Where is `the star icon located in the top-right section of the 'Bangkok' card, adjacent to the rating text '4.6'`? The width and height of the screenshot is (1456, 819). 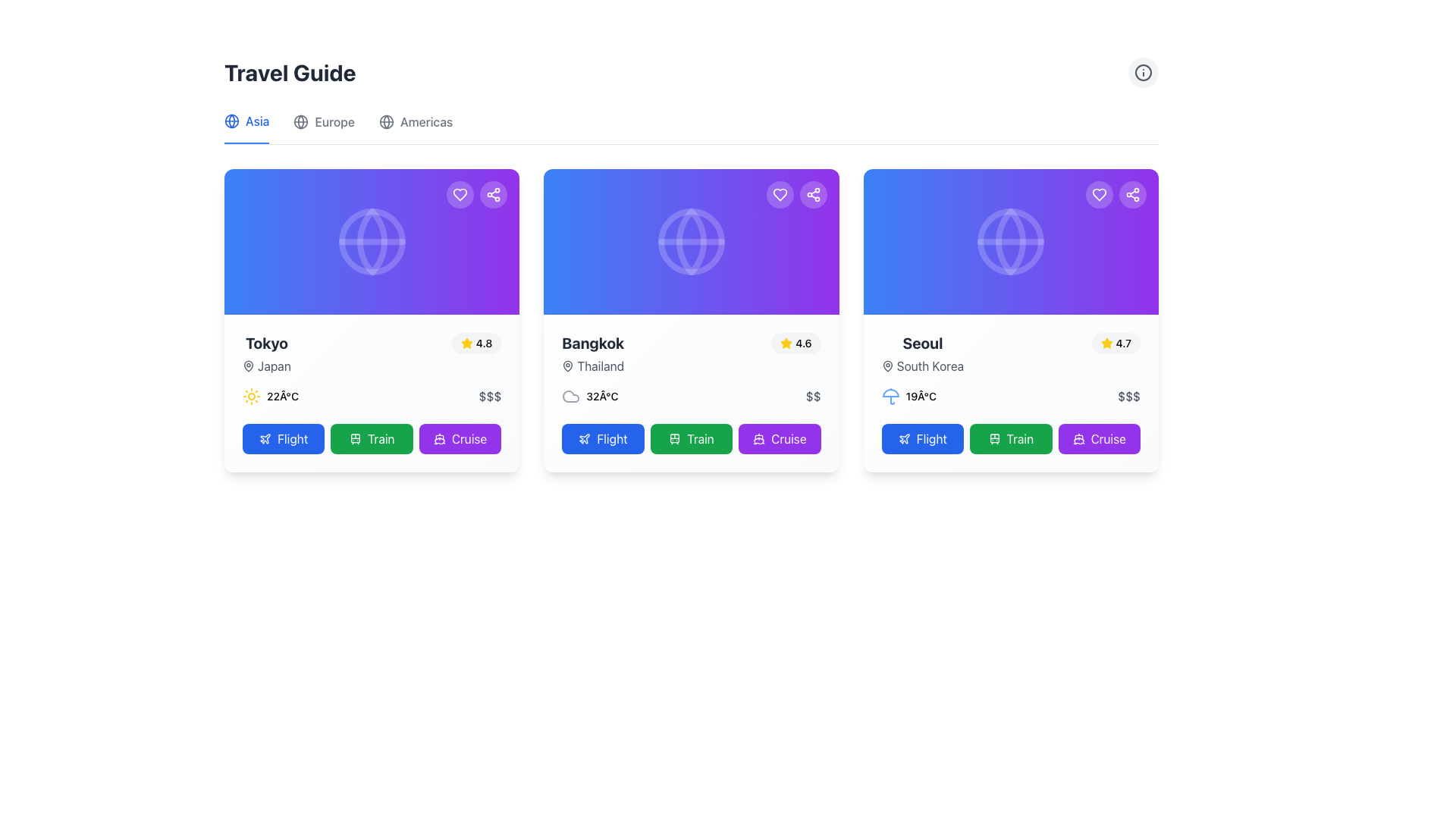
the star icon located in the top-right section of the 'Bangkok' card, adjacent to the rating text '4.6' is located at coordinates (466, 343).